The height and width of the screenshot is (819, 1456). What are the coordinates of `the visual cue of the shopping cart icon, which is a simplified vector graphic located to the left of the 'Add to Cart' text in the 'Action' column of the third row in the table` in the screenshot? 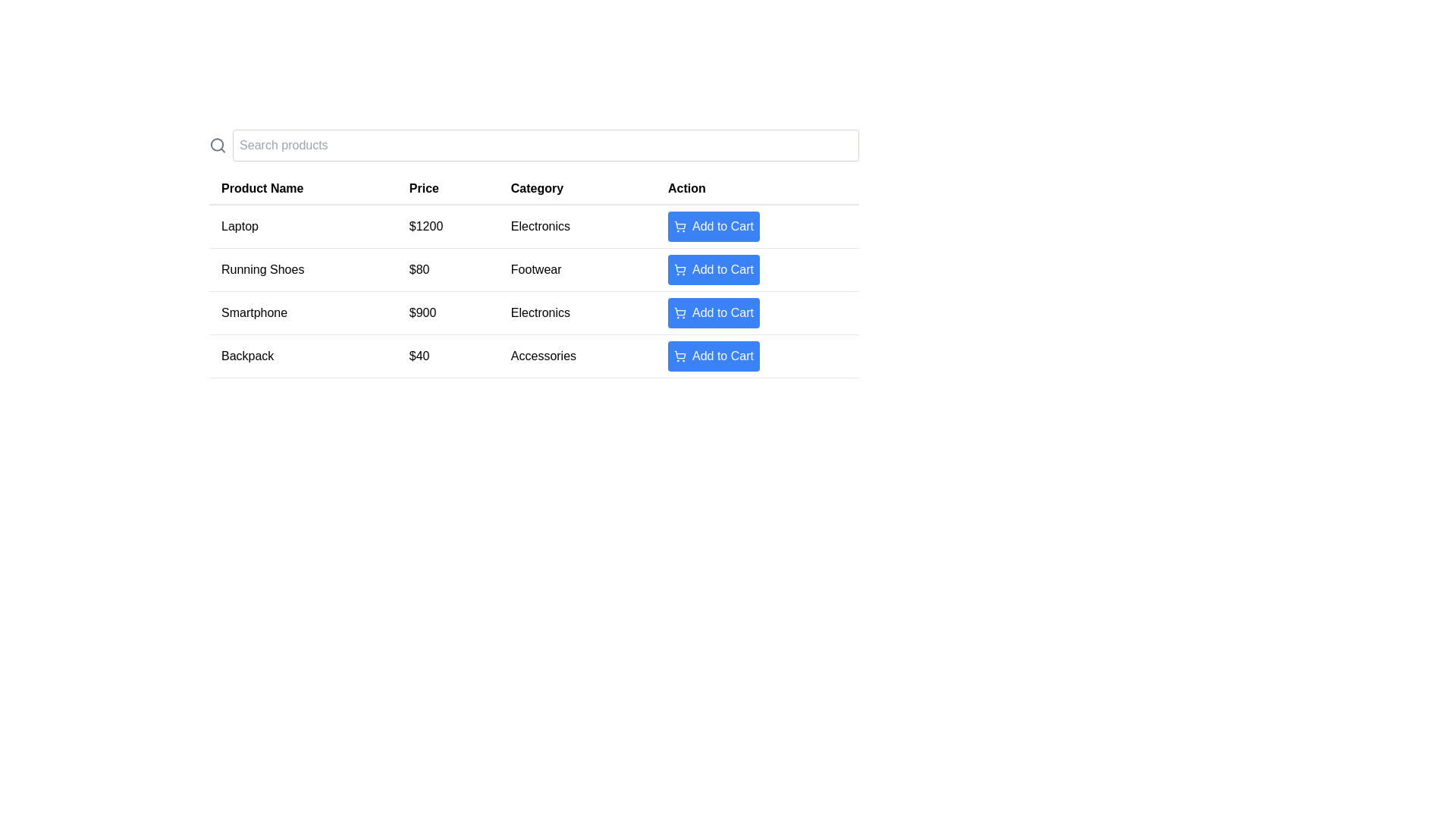 It's located at (679, 311).